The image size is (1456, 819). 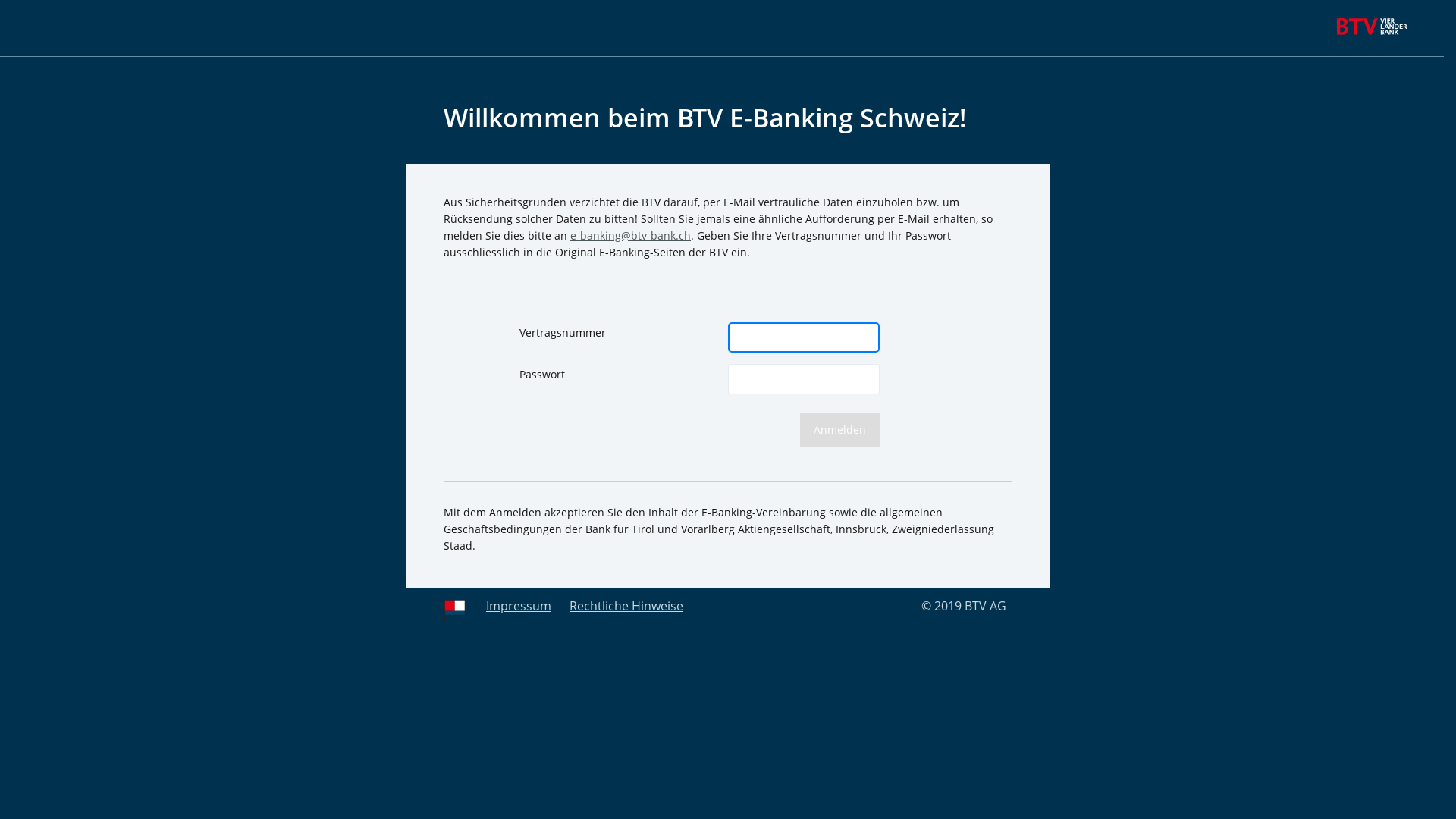 What do you see at coordinates (519, 604) in the screenshot?
I see `'Impressum'` at bounding box center [519, 604].